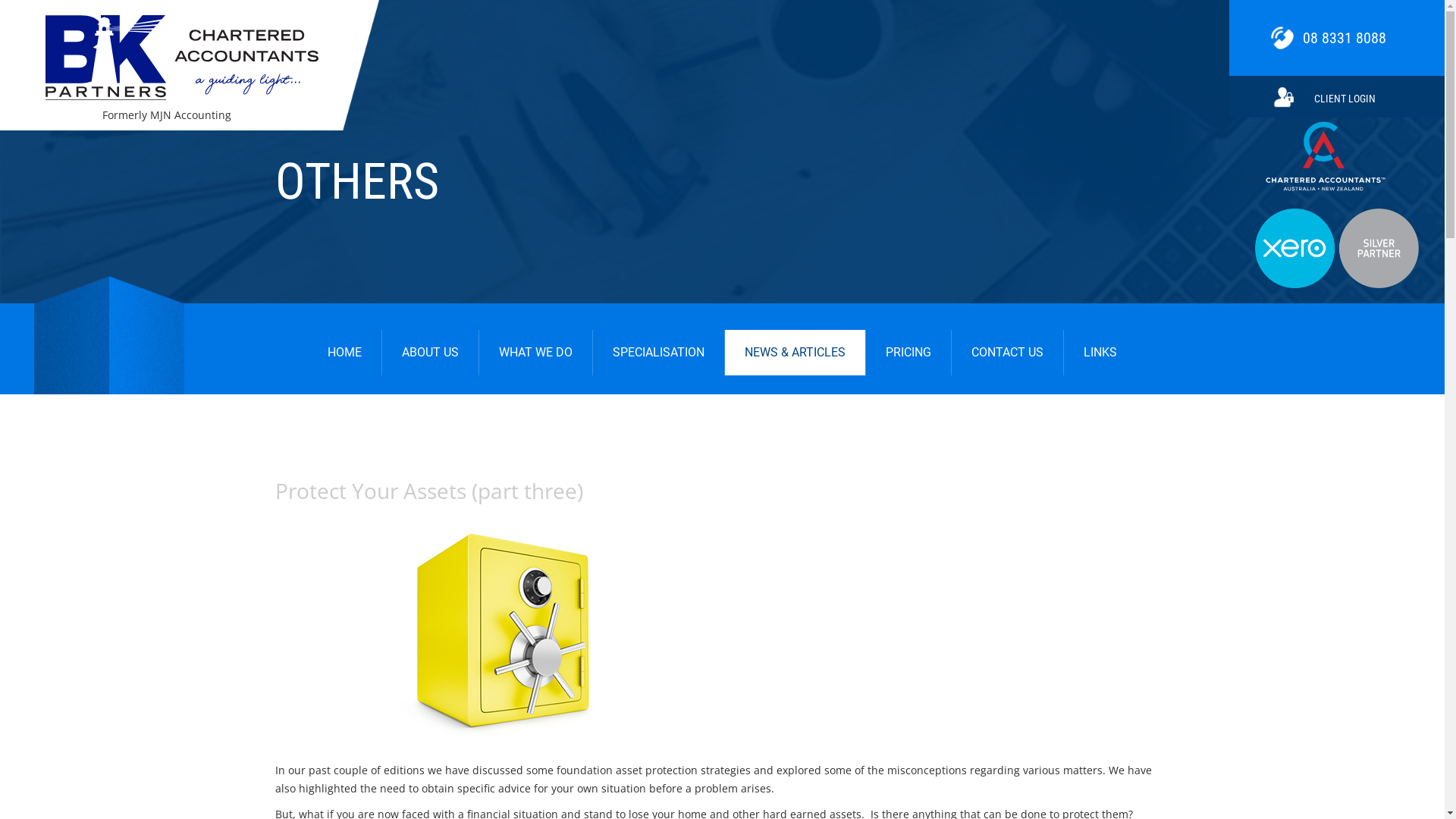 The height and width of the screenshot is (819, 1456). What do you see at coordinates (908, 353) in the screenshot?
I see `'PRICING'` at bounding box center [908, 353].